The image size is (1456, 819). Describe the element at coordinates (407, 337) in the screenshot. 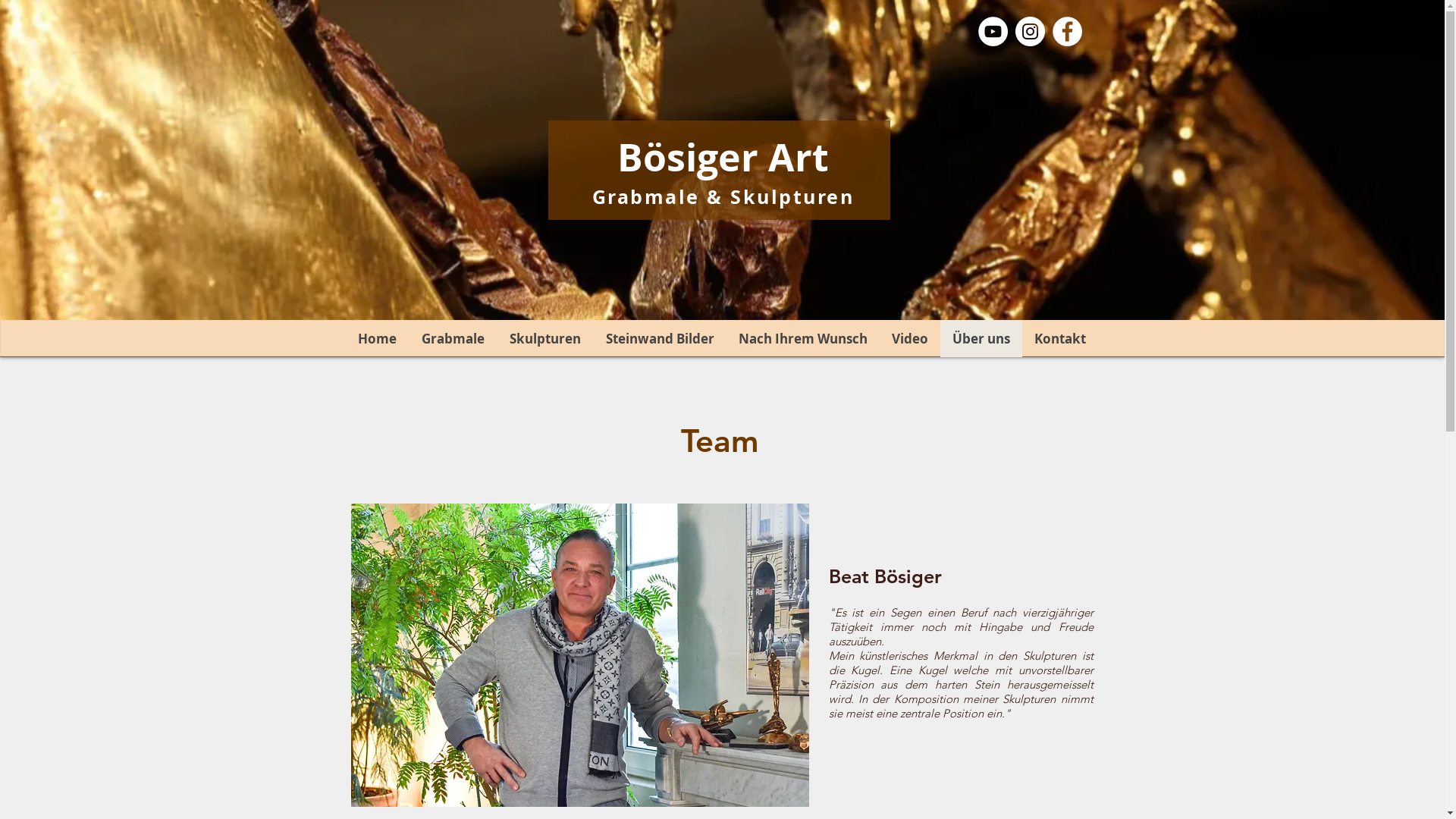

I see `'Grabmale'` at that location.